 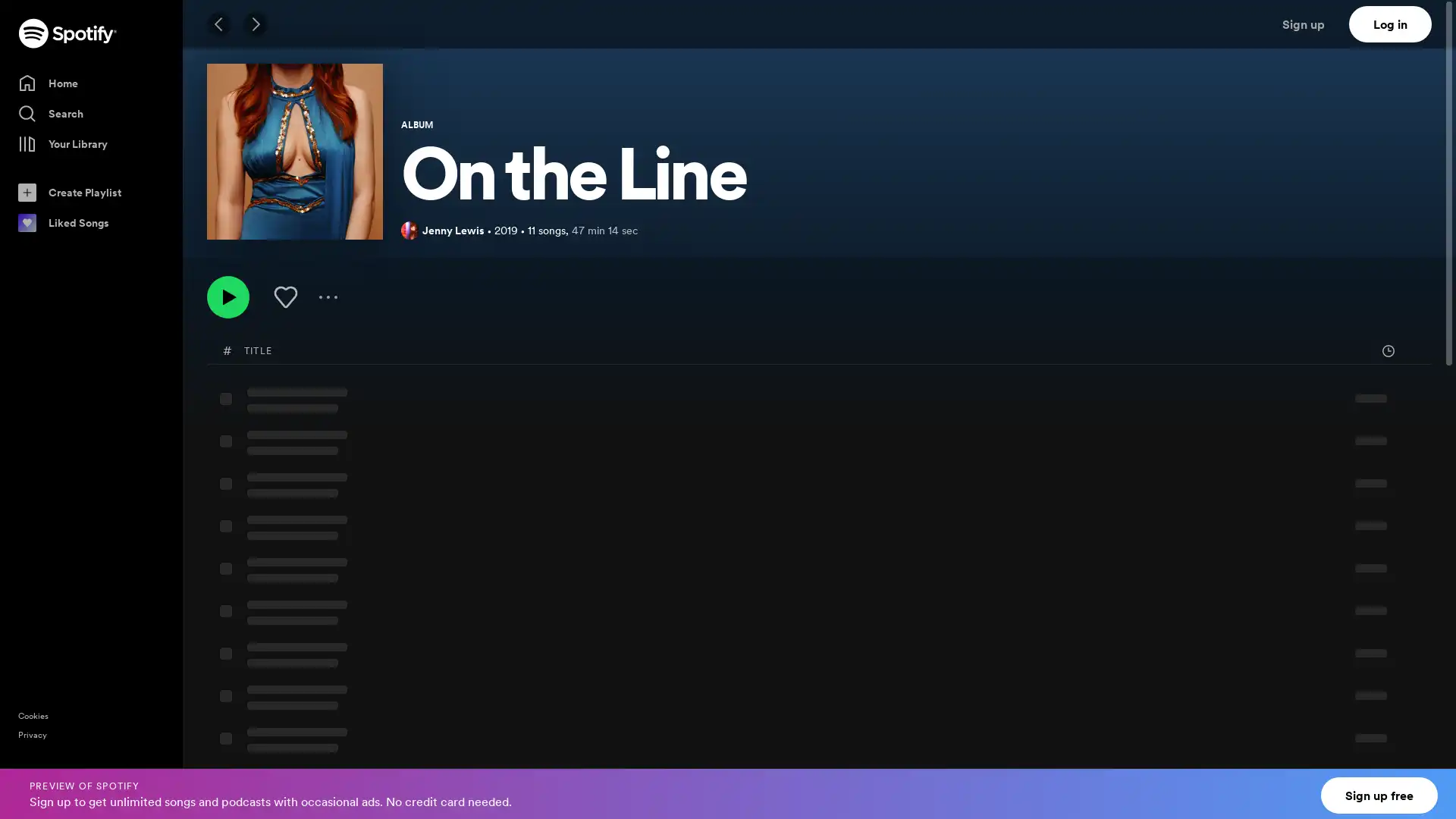 What do you see at coordinates (227, 297) in the screenshot?
I see `Play` at bounding box center [227, 297].